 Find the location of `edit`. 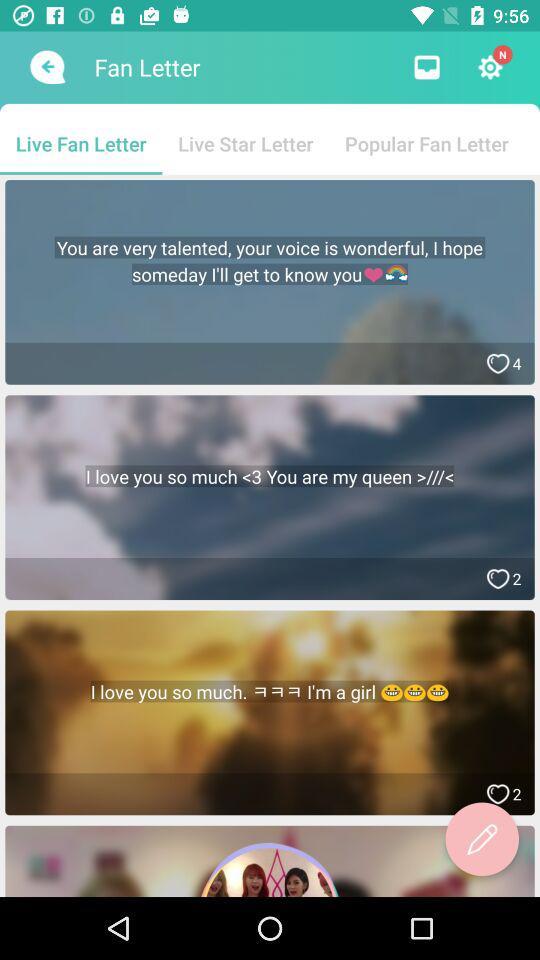

edit is located at coordinates (481, 839).